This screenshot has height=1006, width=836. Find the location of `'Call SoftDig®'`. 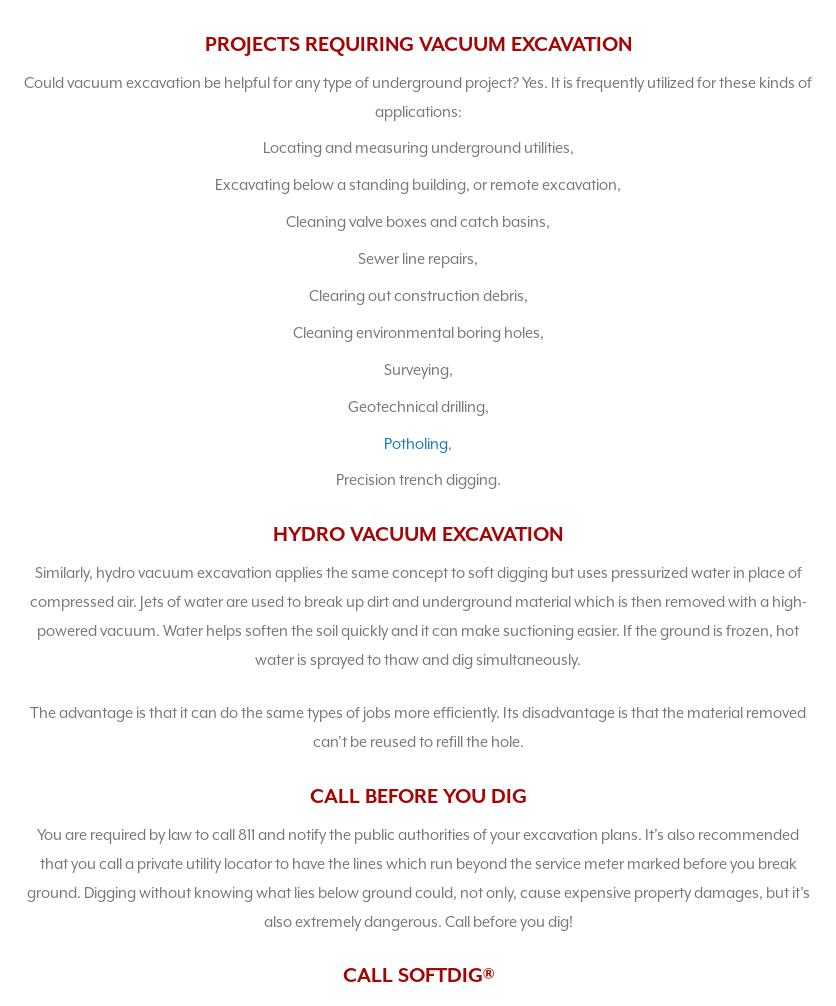

'Call SoftDig®' is located at coordinates (416, 974).